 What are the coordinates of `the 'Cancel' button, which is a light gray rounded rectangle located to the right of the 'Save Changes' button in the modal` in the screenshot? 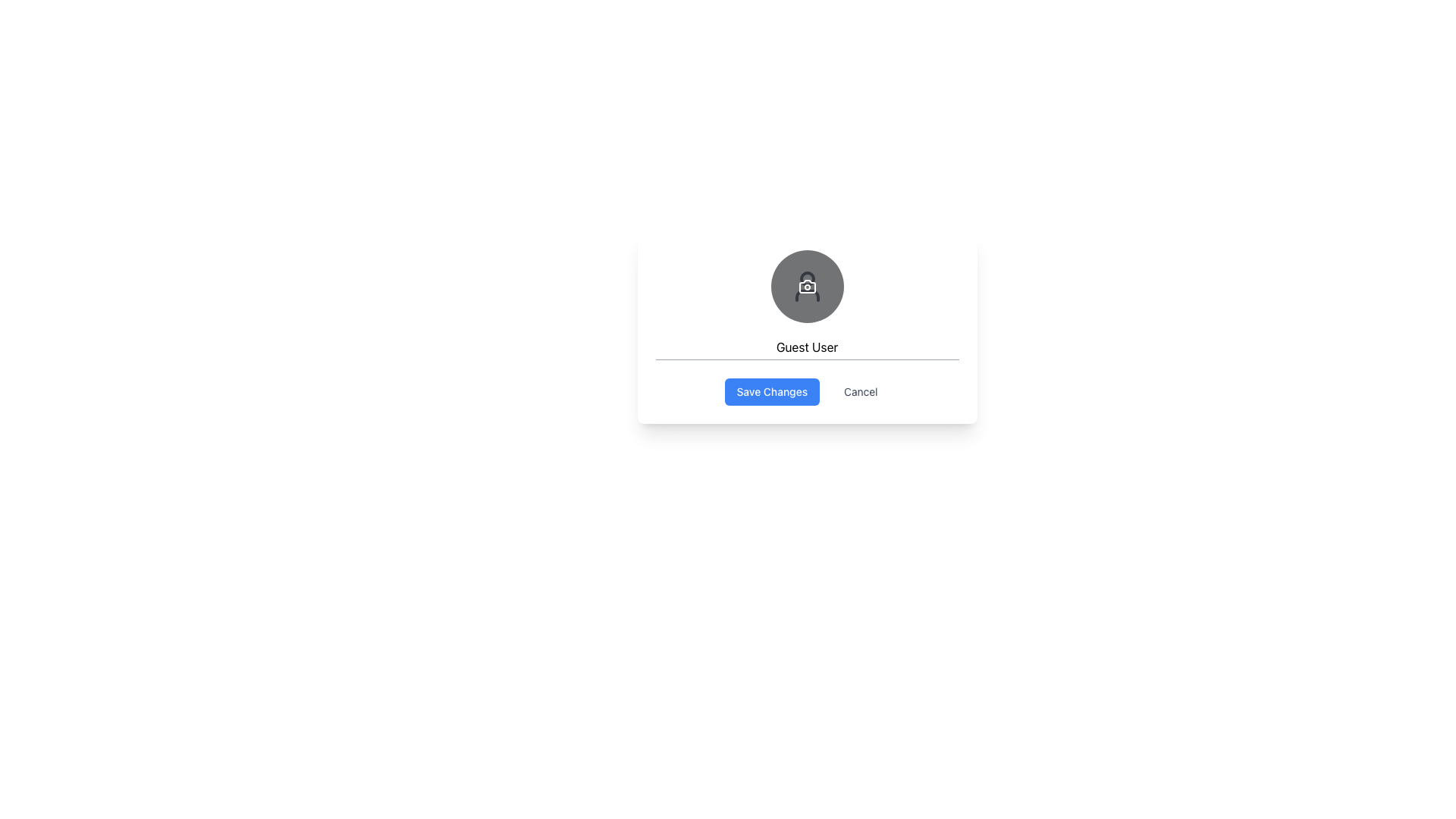 It's located at (861, 391).